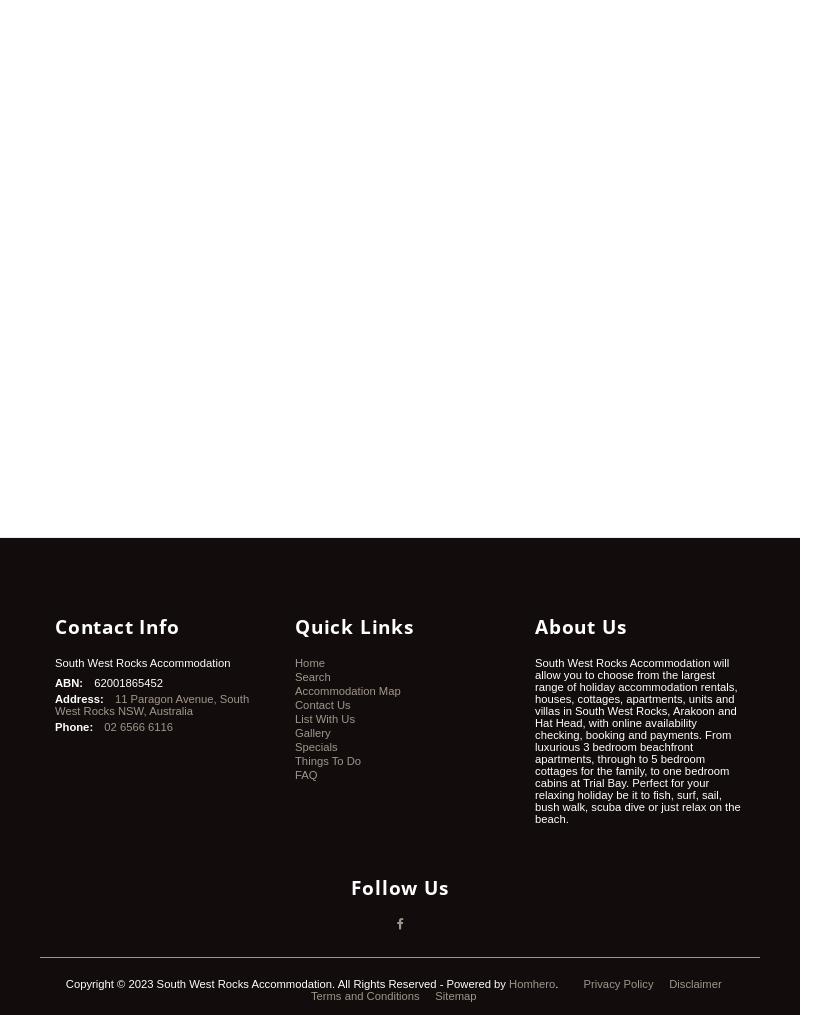  What do you see at coordinates (142, 662) in the screenshot?
I see `'South West Rocks Accommodation'` at bounding box center [142, 662].